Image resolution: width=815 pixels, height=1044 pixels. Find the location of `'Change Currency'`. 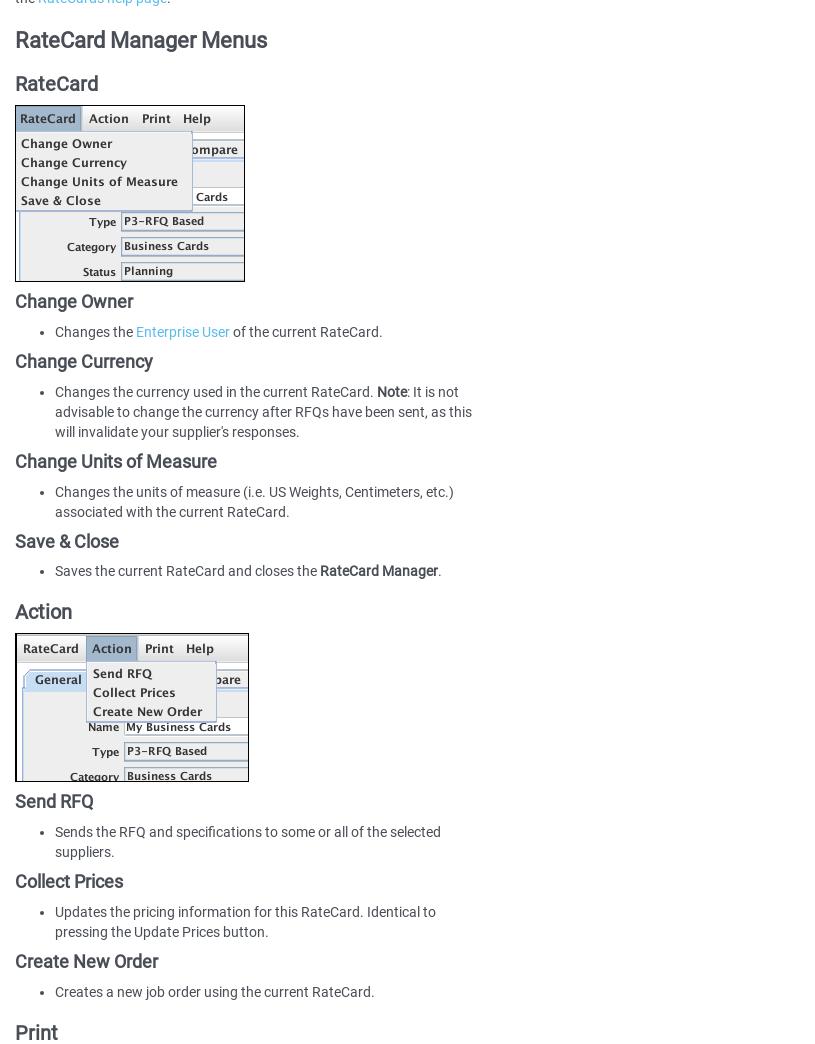

'Change Currency' is located at coordinates (83, 361).